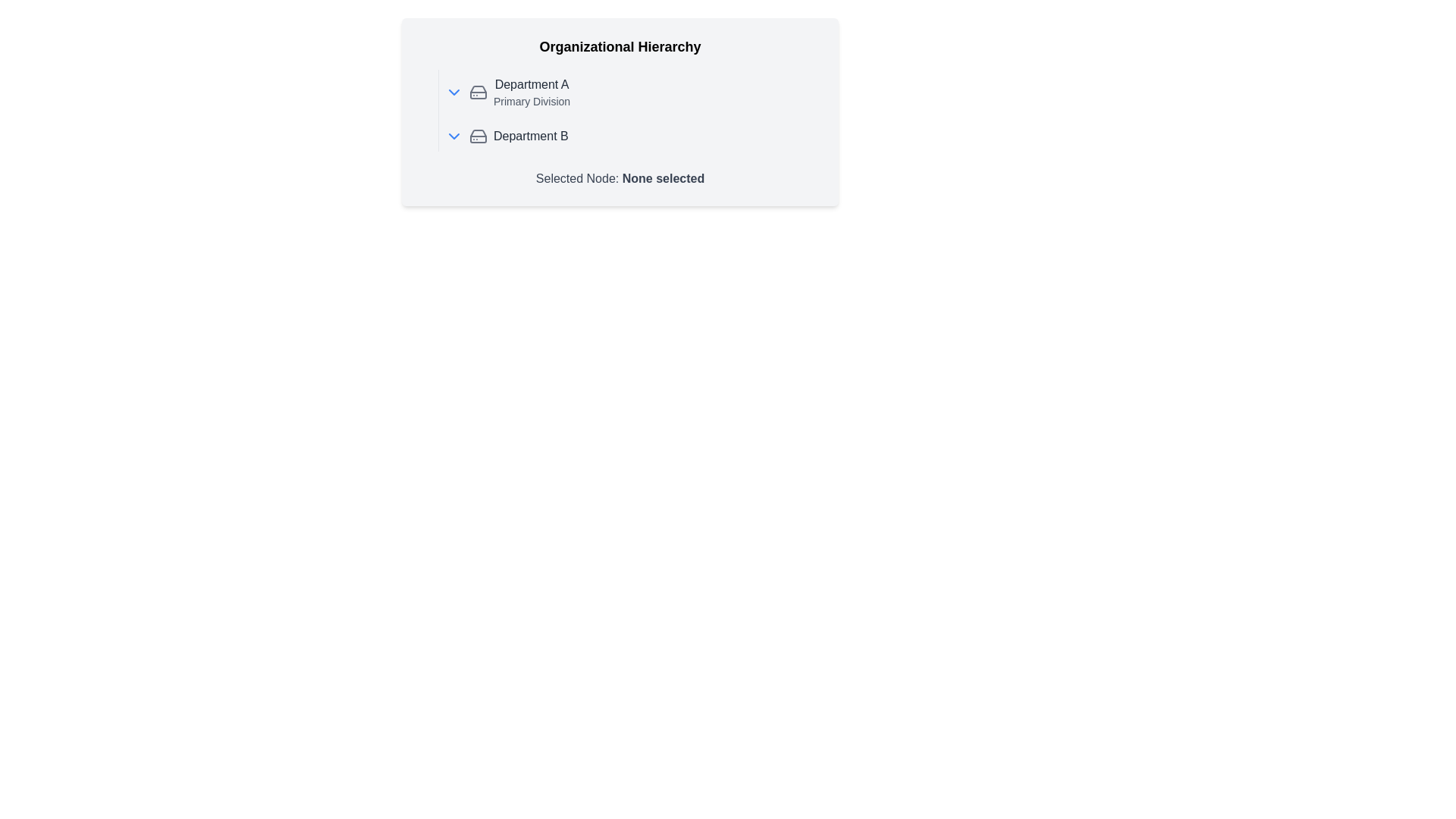  Describe the element at coordinates (453, 136) in the screenshot. I see `the chevron icon located to the left of the 'Department B' label` at that location.